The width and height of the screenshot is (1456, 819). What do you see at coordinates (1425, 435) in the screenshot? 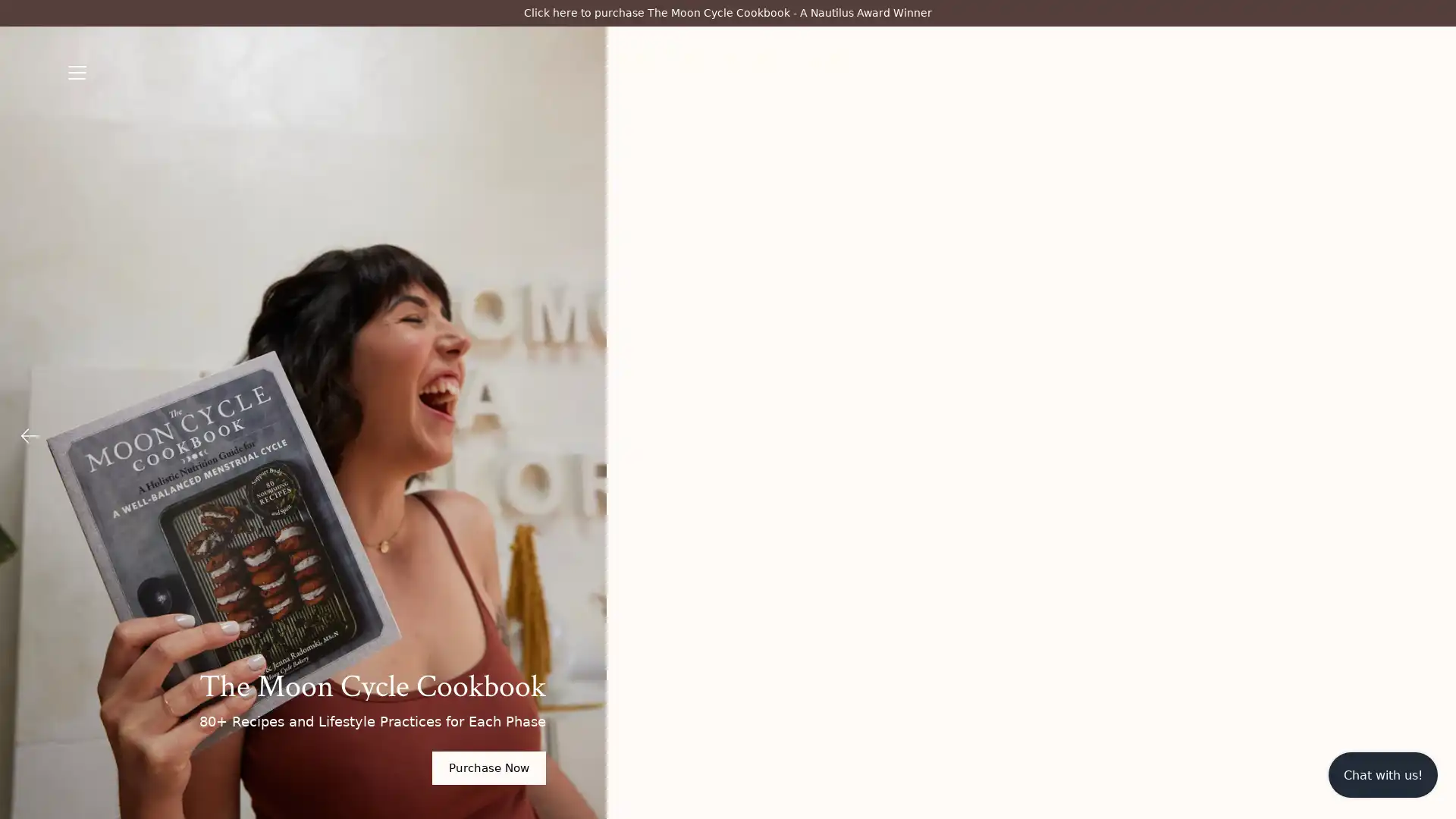
I see `Next` at bounding box center [1425, 435].